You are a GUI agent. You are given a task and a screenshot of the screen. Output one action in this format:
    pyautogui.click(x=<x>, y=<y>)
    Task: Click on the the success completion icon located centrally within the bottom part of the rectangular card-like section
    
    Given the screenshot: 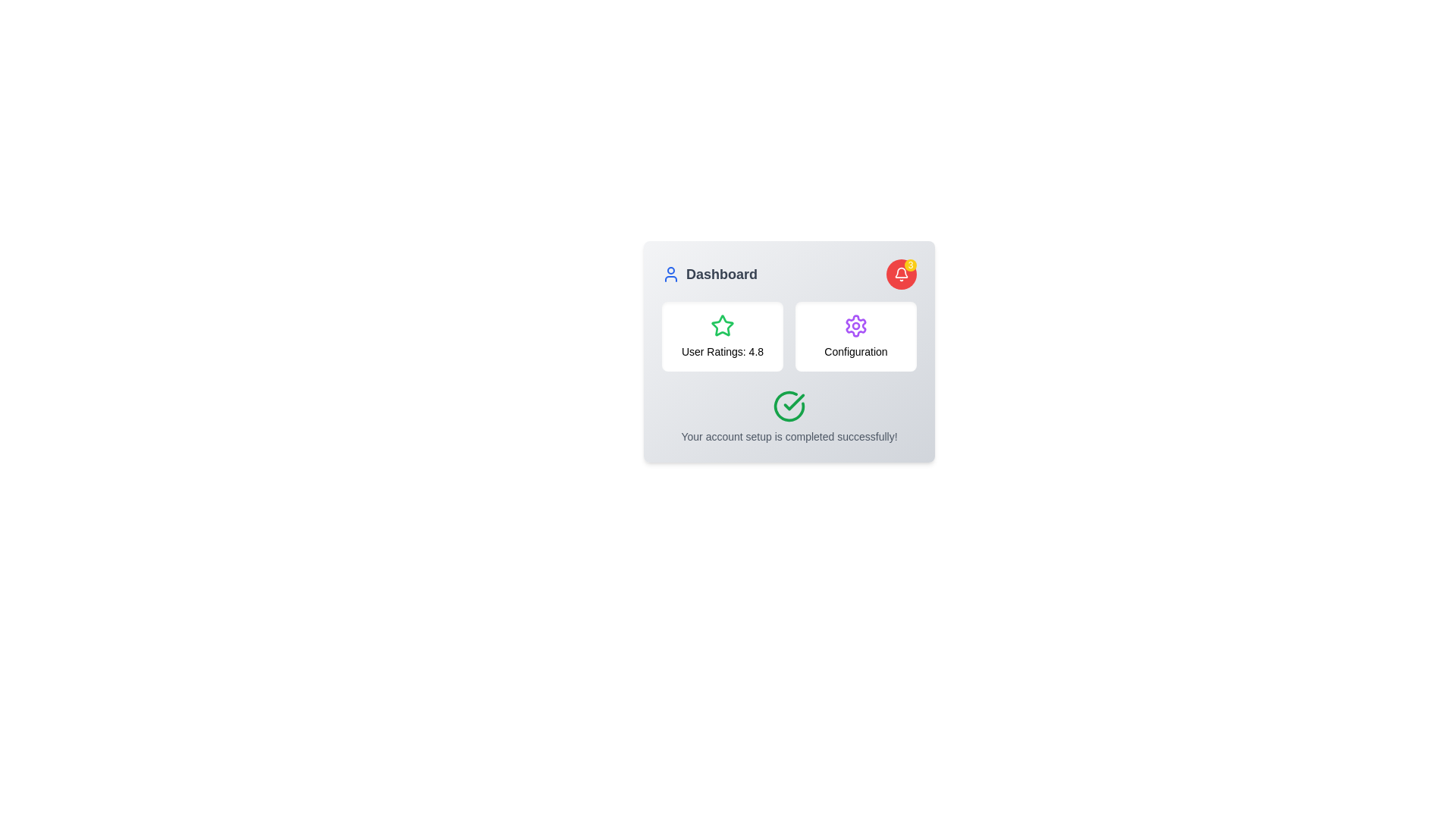 What is the action you would take?
    pyautogui.click(x=789, y=406)
    